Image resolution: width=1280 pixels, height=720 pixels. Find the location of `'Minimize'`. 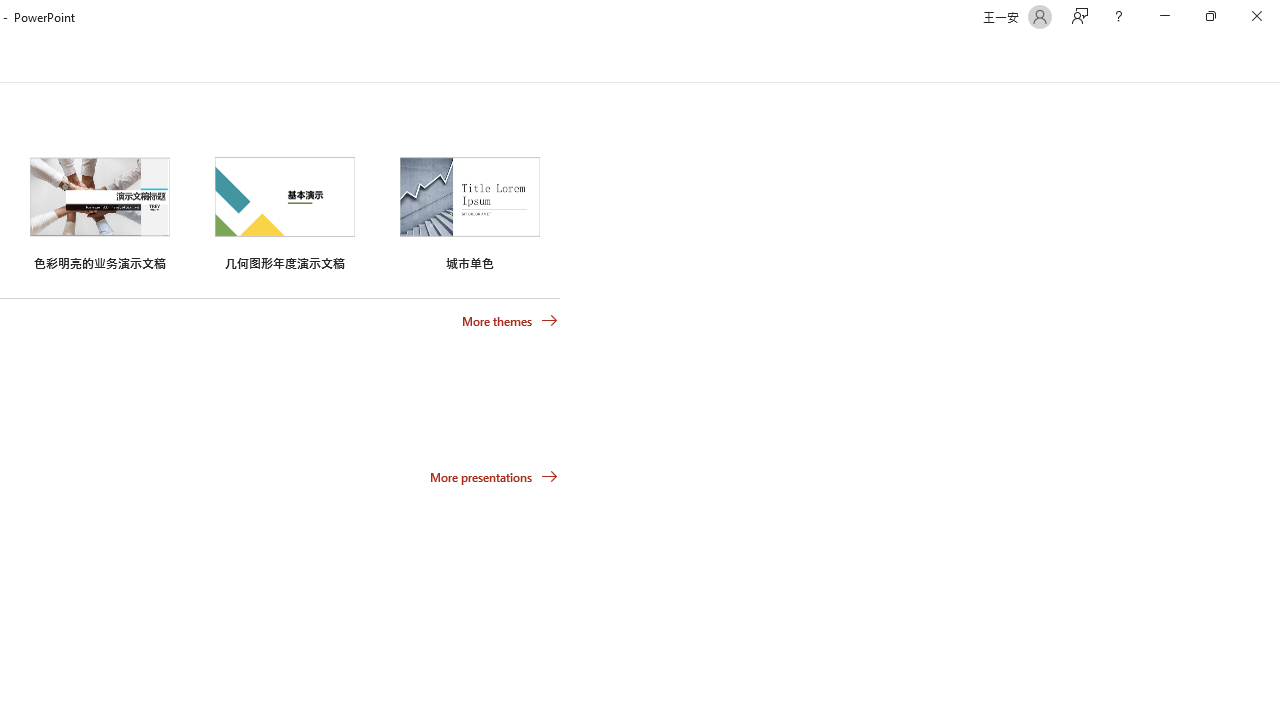

'Minimize' is located at coordinates (1164, 16).